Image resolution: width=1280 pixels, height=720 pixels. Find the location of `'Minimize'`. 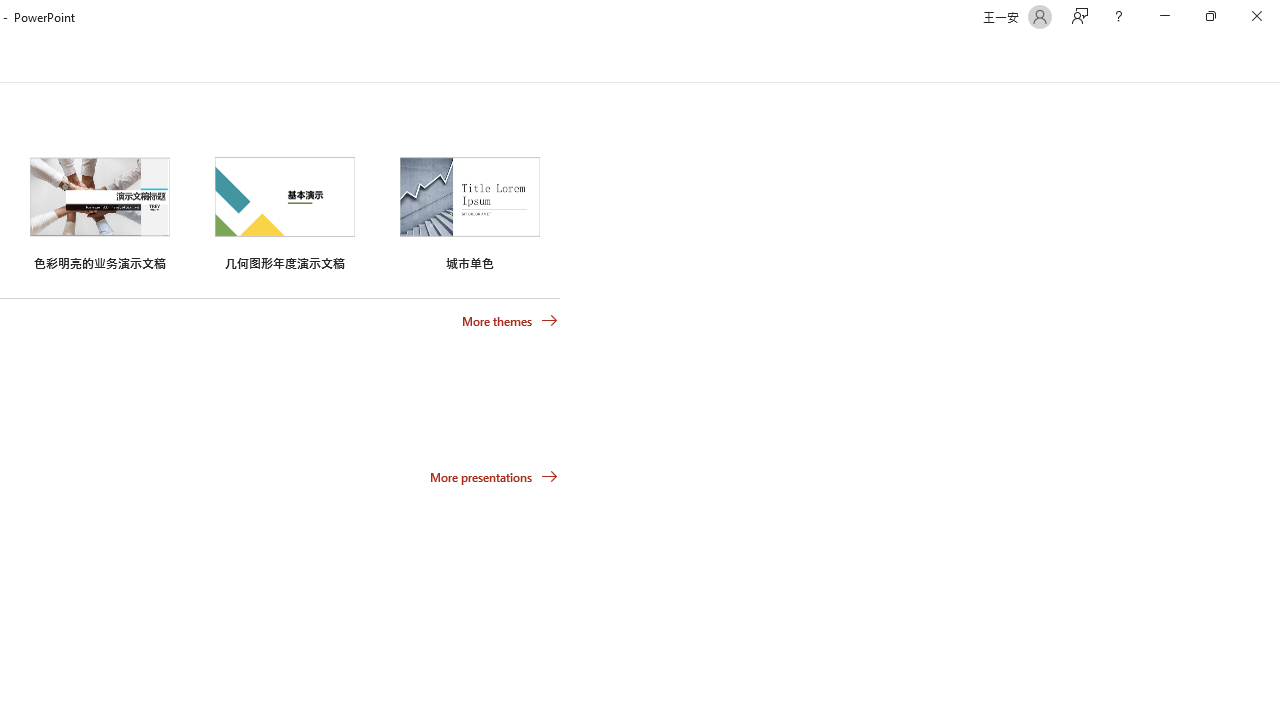

'Minimize' is located at coordinates (1164, 16).